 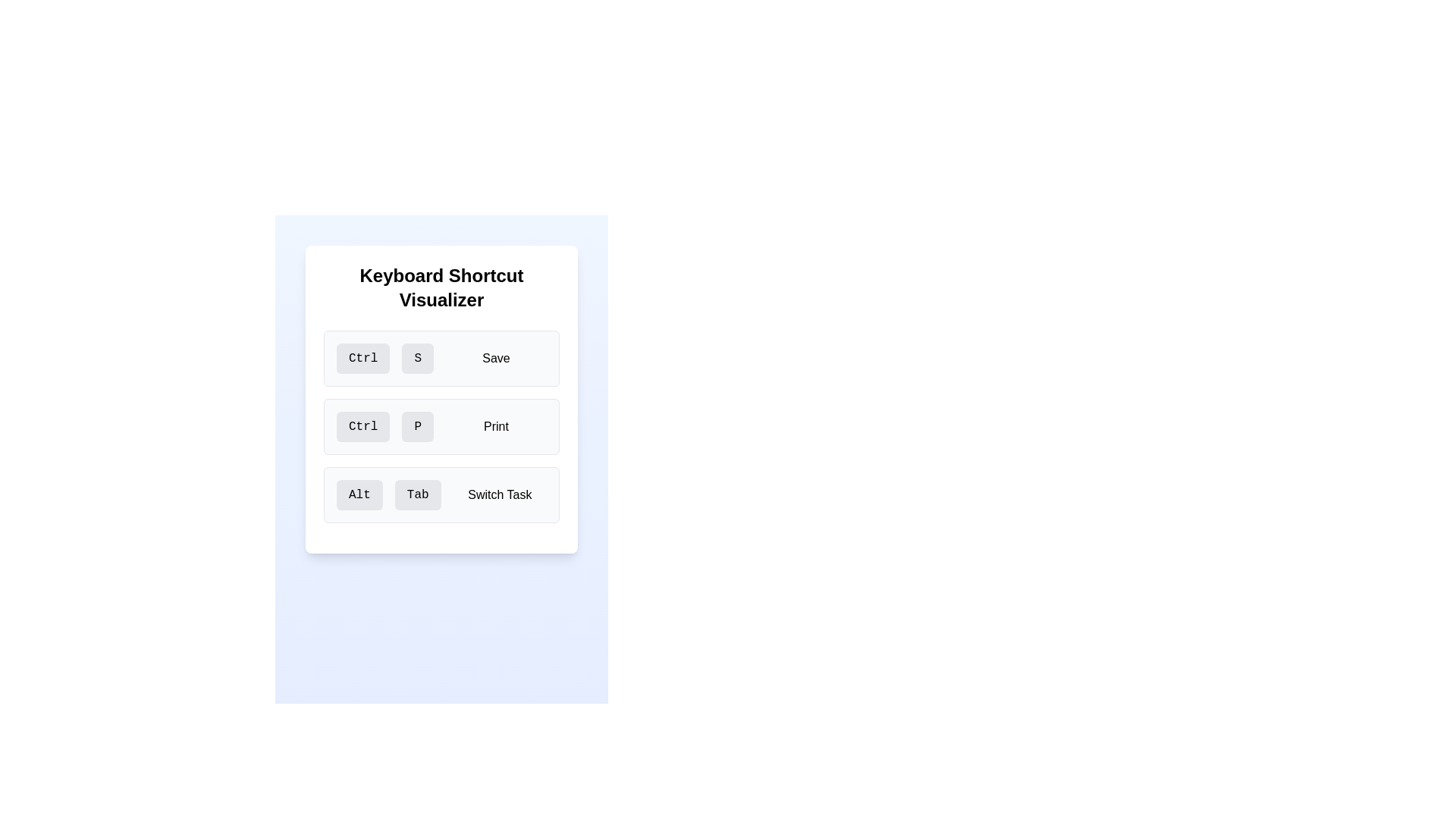 I want to click on the 'Tab' button with a light gray background and black text, which is part of the 'AltTabSwitch Task' group, so click(x=418, y=494).